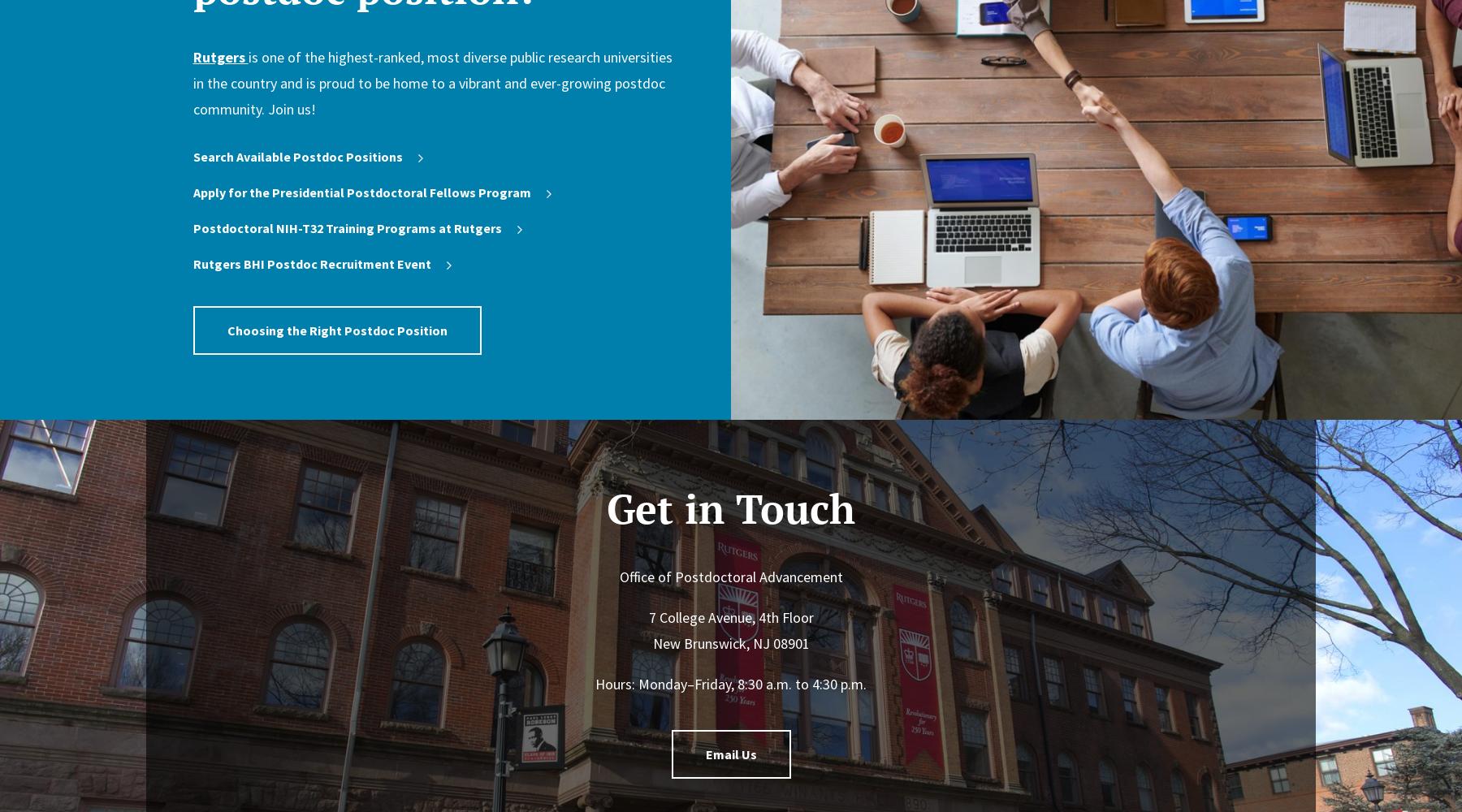  Describe the element at coordinates (296, 156) in the screenshot. I see `'Search Available Postdoc Positions'` at that location.